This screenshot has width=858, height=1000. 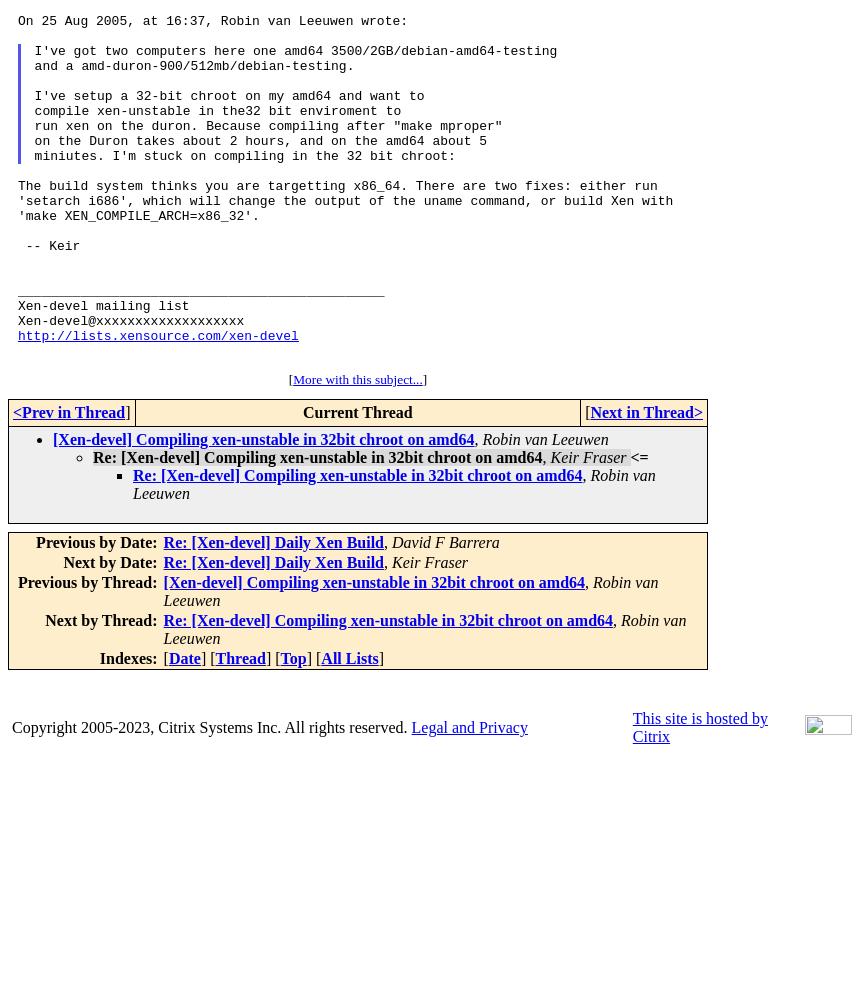 I want to click on 'I've got two computers here one amd64 3500/2GB/debian-amd64-testing
and a amd-duron-900/512mb/debian-testing.

I've setup a 32-bit chroot on my amd64 and want to
compile xen-unstable in the32 bit enviroment to
run xen on the duron. Because compiling after "make mproper"
on the Duron takes about 2 hours, and on the amd64 about 5
miniutes. I'm stuck on compiling in the 32 bit chroot:', so click(x=33, y=103).